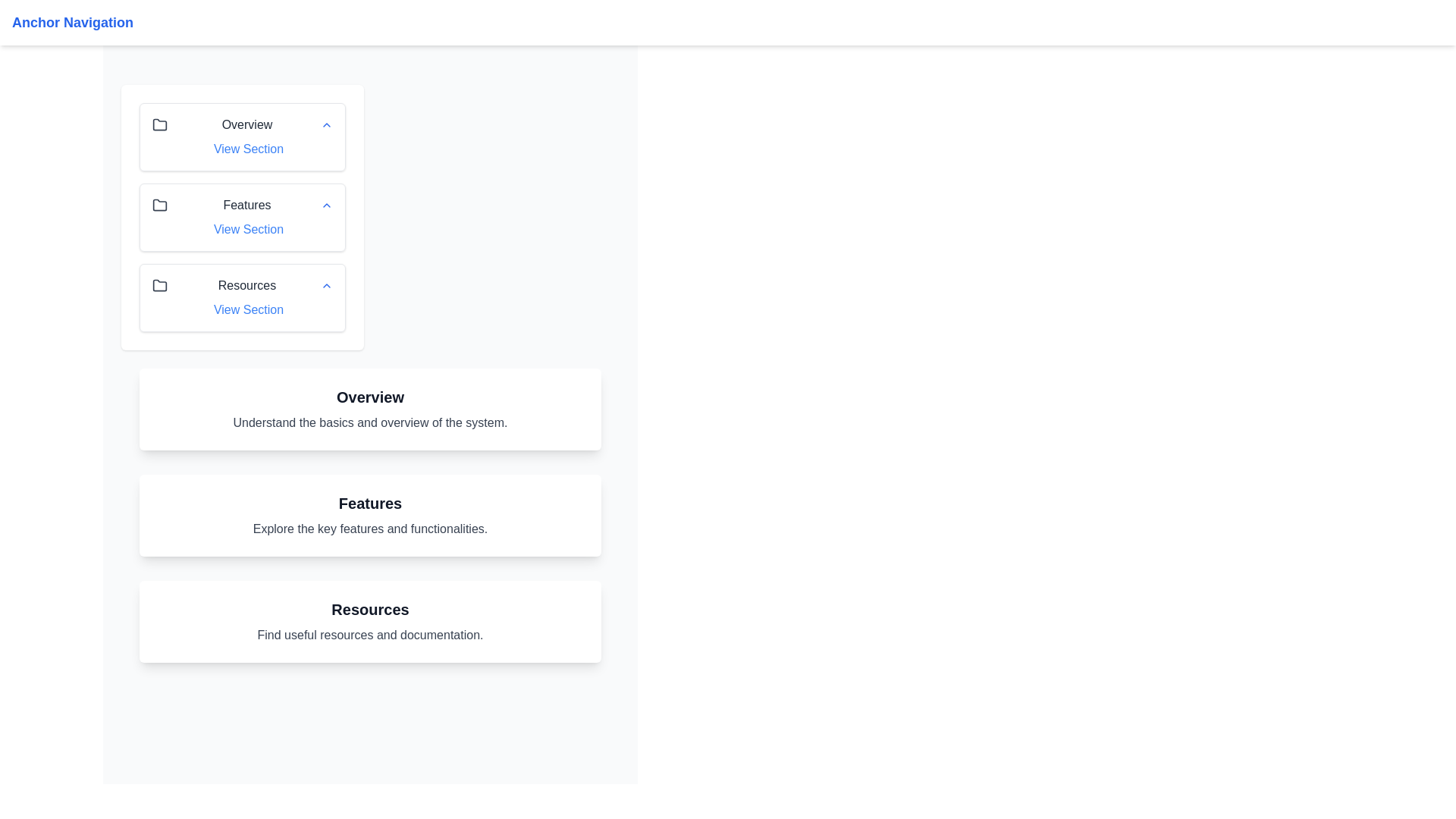 The width and height of the screenshot is (1456, 819). Describe the element at coordinates (160, 286) in the screenshot. I see `the 'Resources' icon located to the left of the text 'Resources' in the navigation menu` at that location.